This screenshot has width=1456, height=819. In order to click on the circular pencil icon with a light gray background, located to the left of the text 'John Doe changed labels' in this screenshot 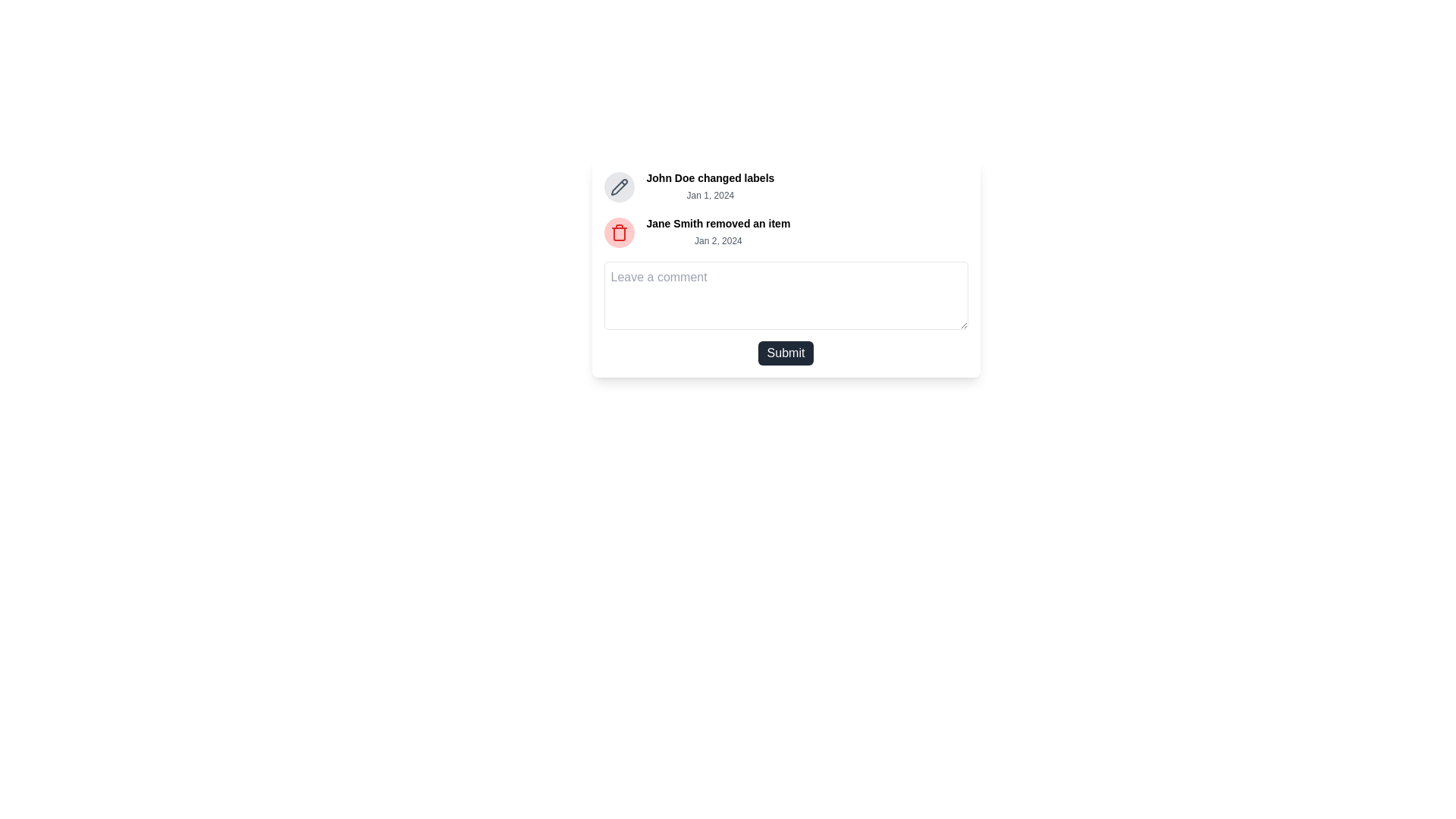, I will do `click(619, 186)`.